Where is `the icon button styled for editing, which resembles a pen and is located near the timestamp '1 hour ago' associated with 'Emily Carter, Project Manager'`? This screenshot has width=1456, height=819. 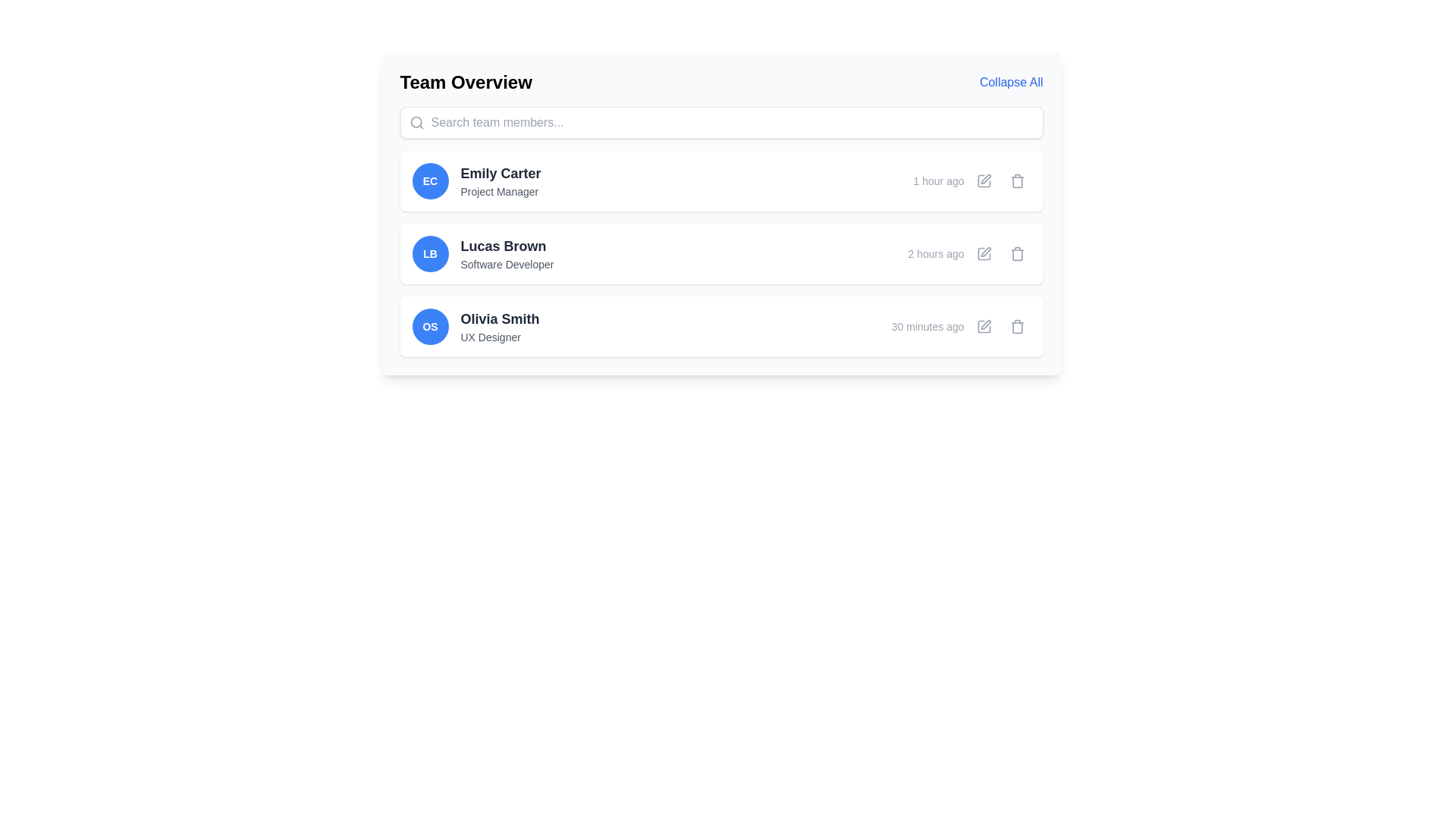
the icon button styled for editing, which resembles a pen and is located near the timestamp '1 hour ago' associated with 'Emily Carter, Project Manager' is located at coordinates (984, 180).